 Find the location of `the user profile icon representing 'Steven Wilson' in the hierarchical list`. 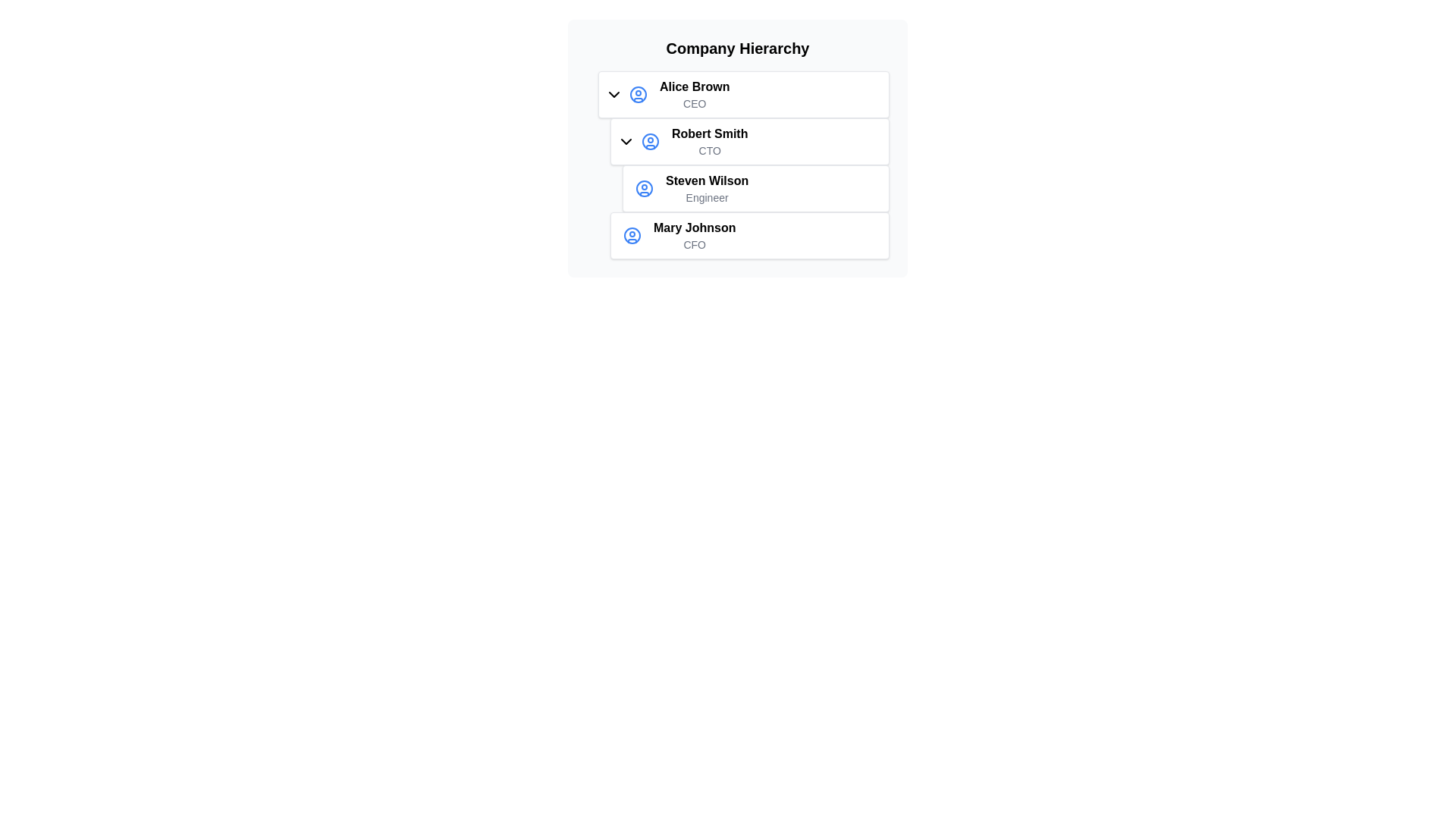

the user profile icon representing 'Steven Wilson' in the hierarchical list is located at coordinates (644, 188).